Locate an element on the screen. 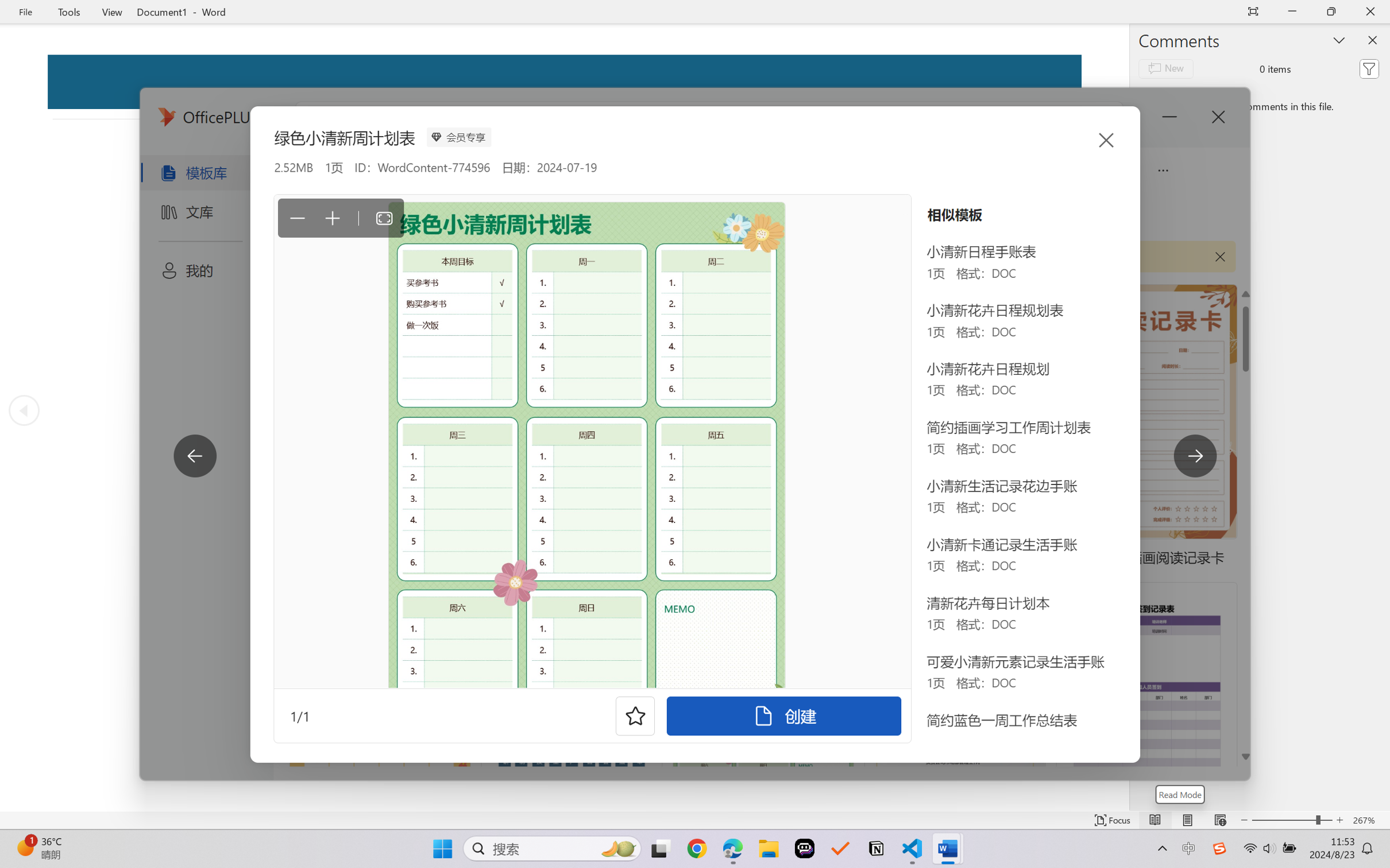 The height and width of the screenshot is (868, 1390). 'Decrease Text Size' is located at coordinates (1244, 820).